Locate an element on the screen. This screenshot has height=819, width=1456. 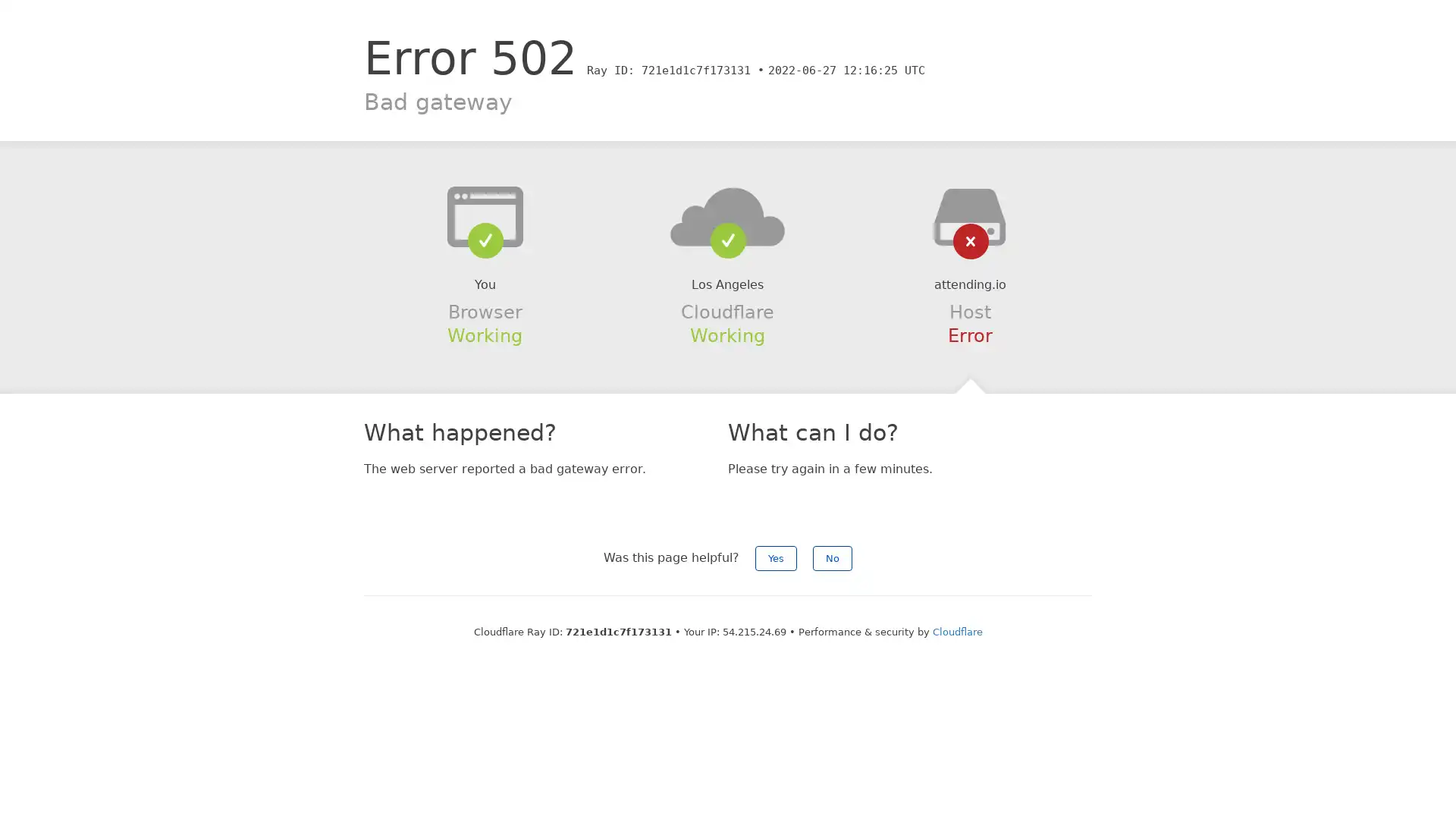
Yes is located at coordinates (776, 558).